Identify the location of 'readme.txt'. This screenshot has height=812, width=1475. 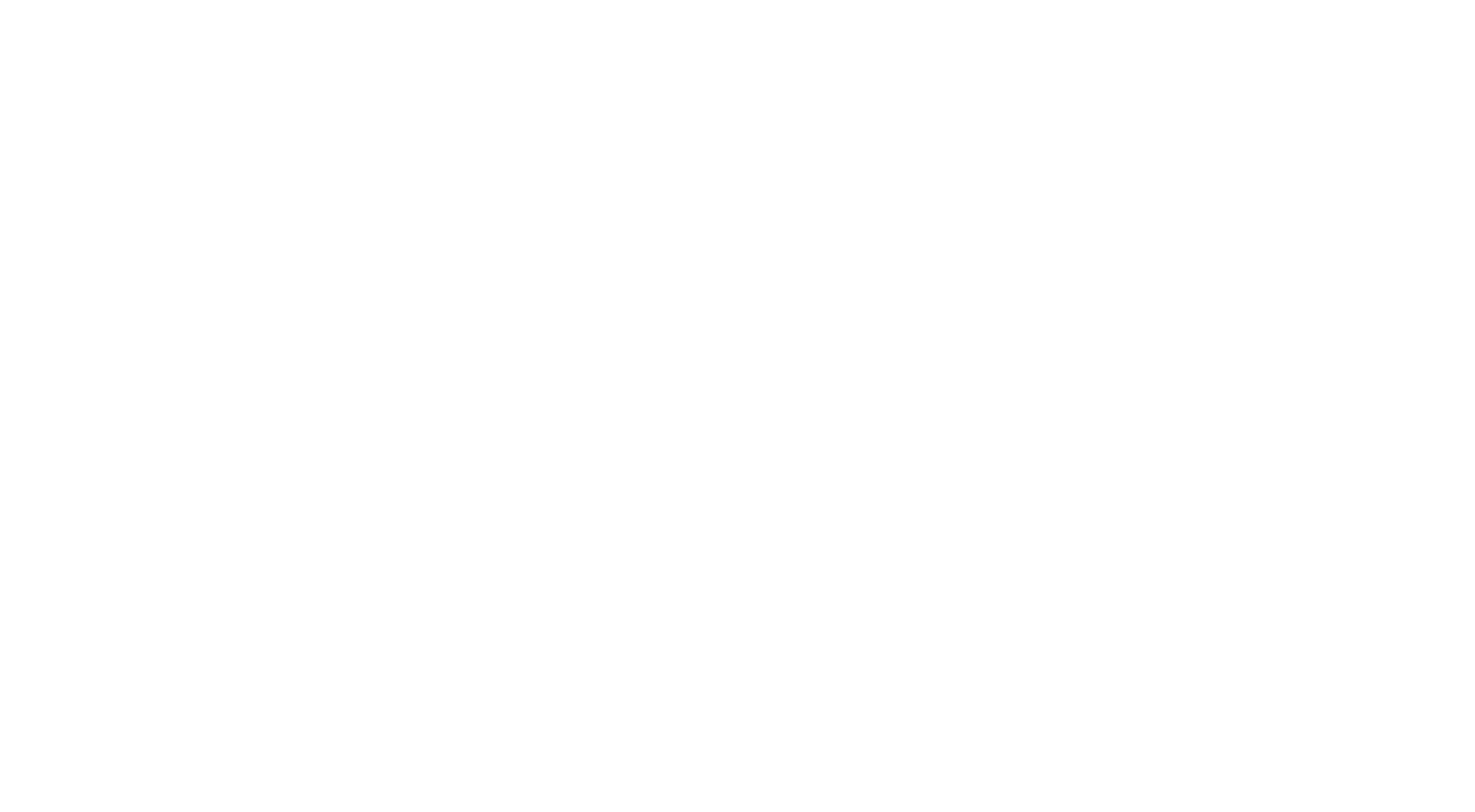
(566, 682).